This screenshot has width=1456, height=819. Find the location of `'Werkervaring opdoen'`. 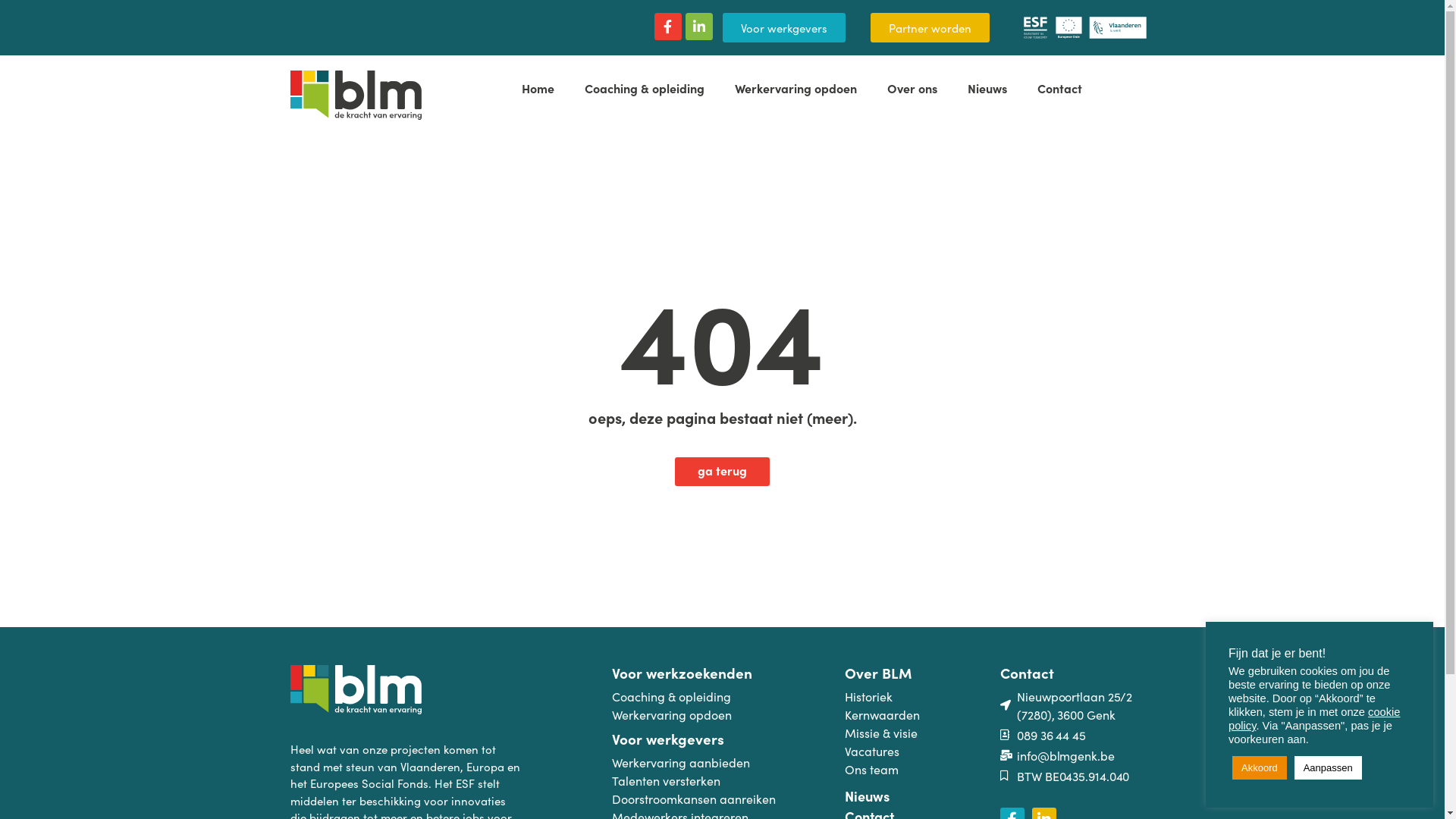

'Werkervaring opdoen' is located at coordinates (718, 87).